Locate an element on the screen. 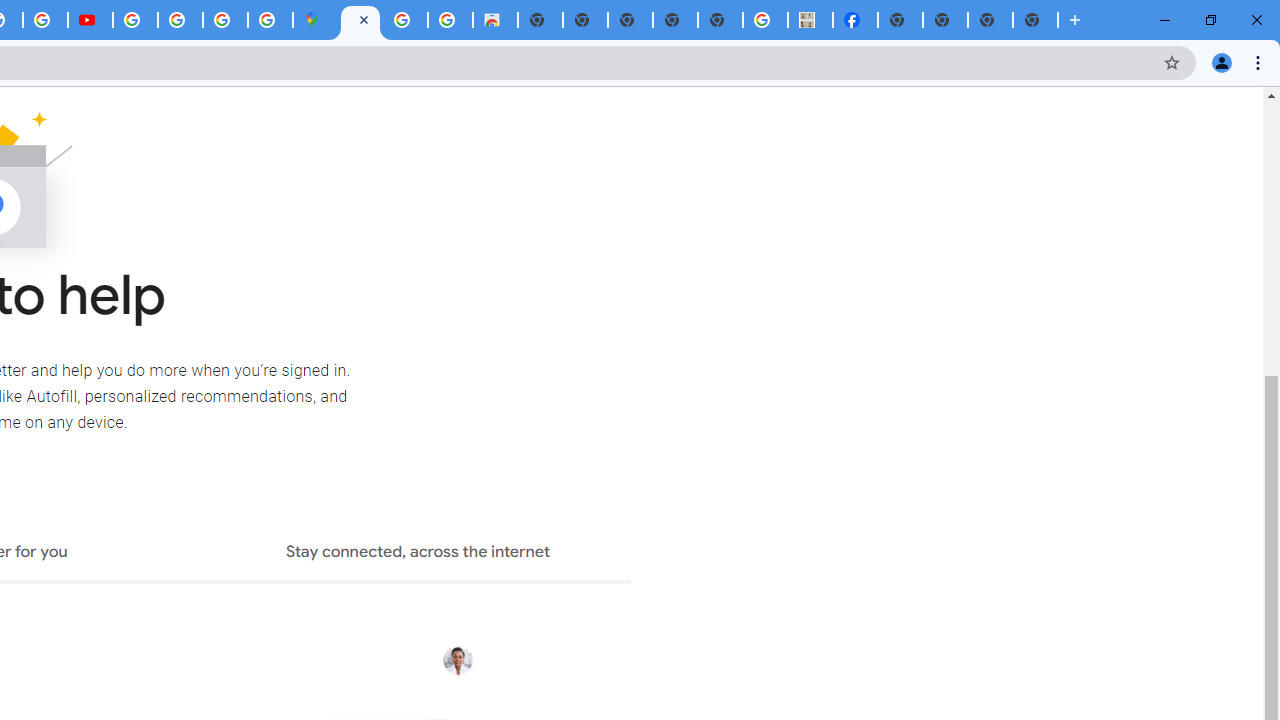 Image resolution: width=1280 pixels, height=720 pixels. 'Chrome Web Store - Shopping' is located at coordinates (495, 20).